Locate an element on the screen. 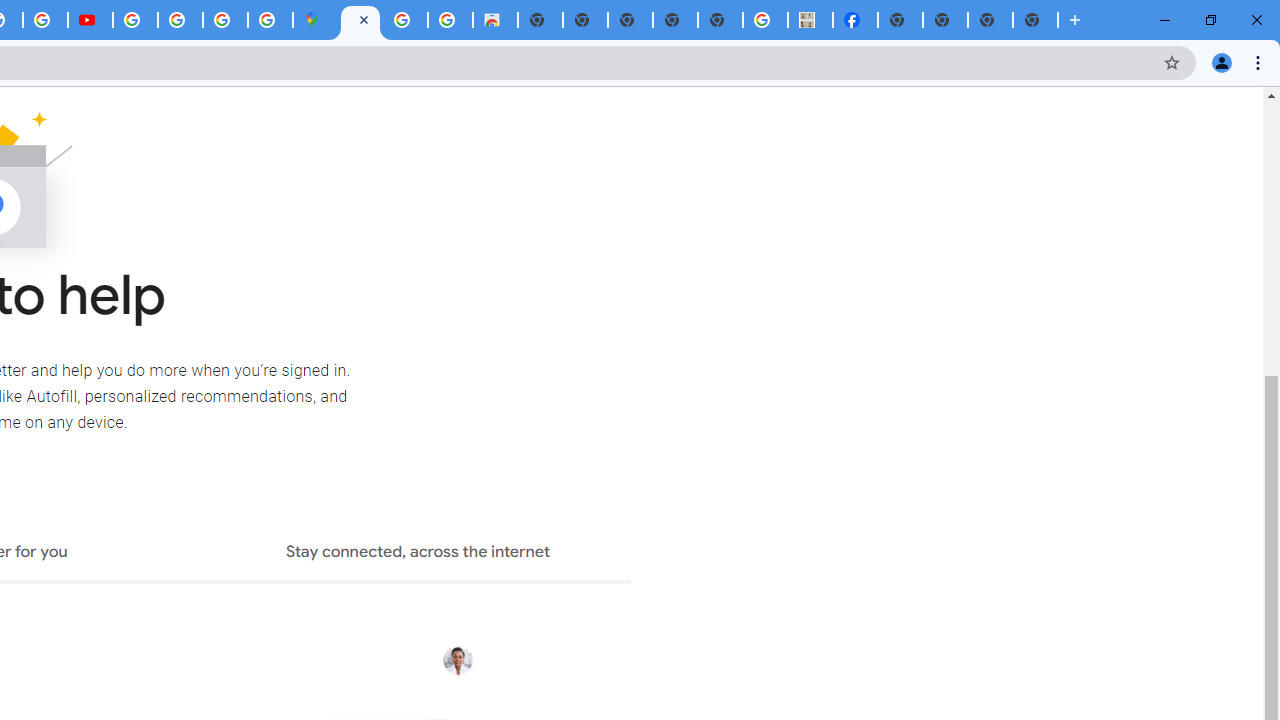 Image resolution: width=1280 pixels, height=720 pixels. 'Chrome Web Store - Shopping' is located at coordinates (495, 20).